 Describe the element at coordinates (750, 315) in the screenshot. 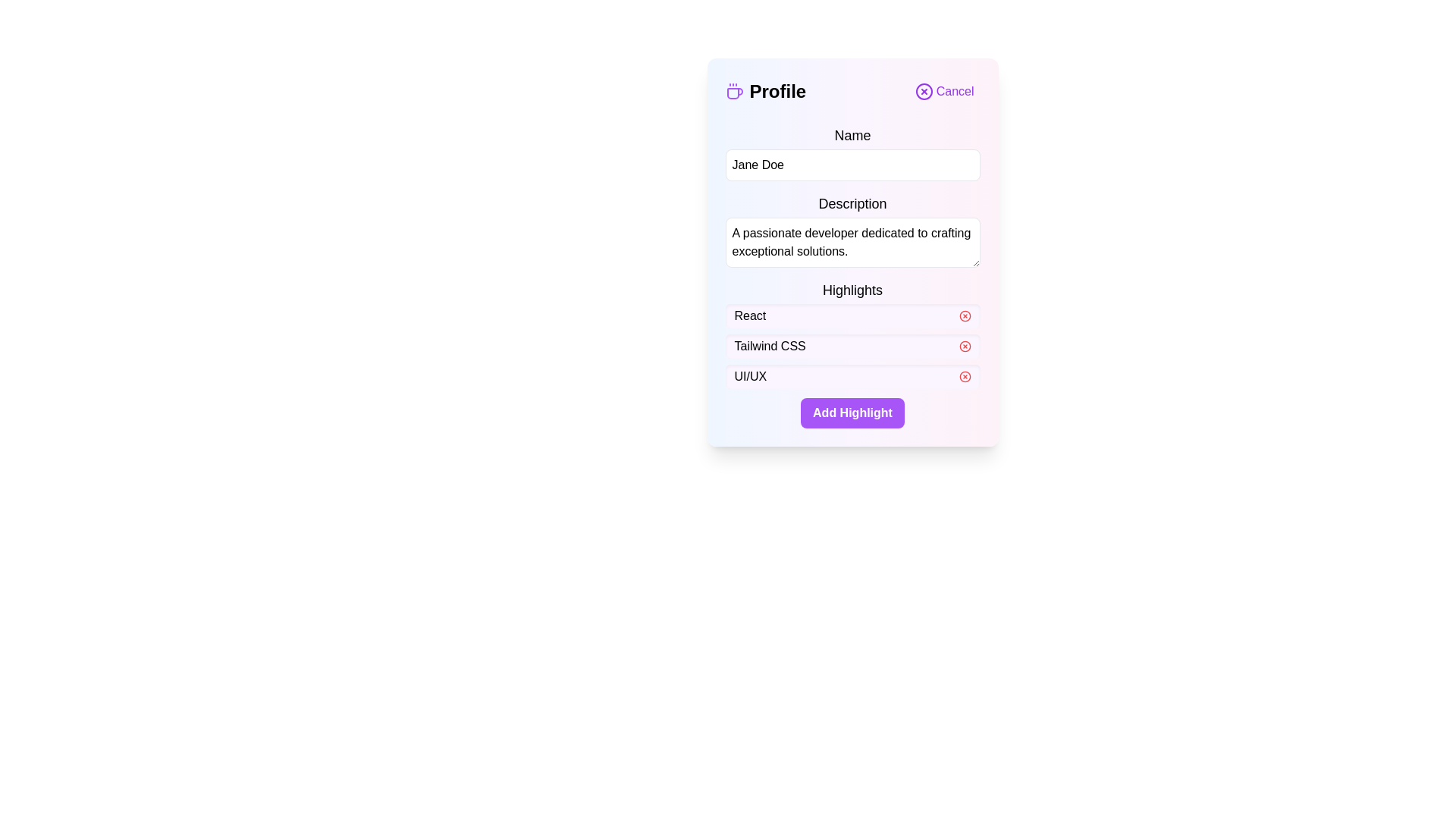

I see `the 'React' label in the 'Highlights' section of the form, which serves as a descriptor for a specific skill` at that location.